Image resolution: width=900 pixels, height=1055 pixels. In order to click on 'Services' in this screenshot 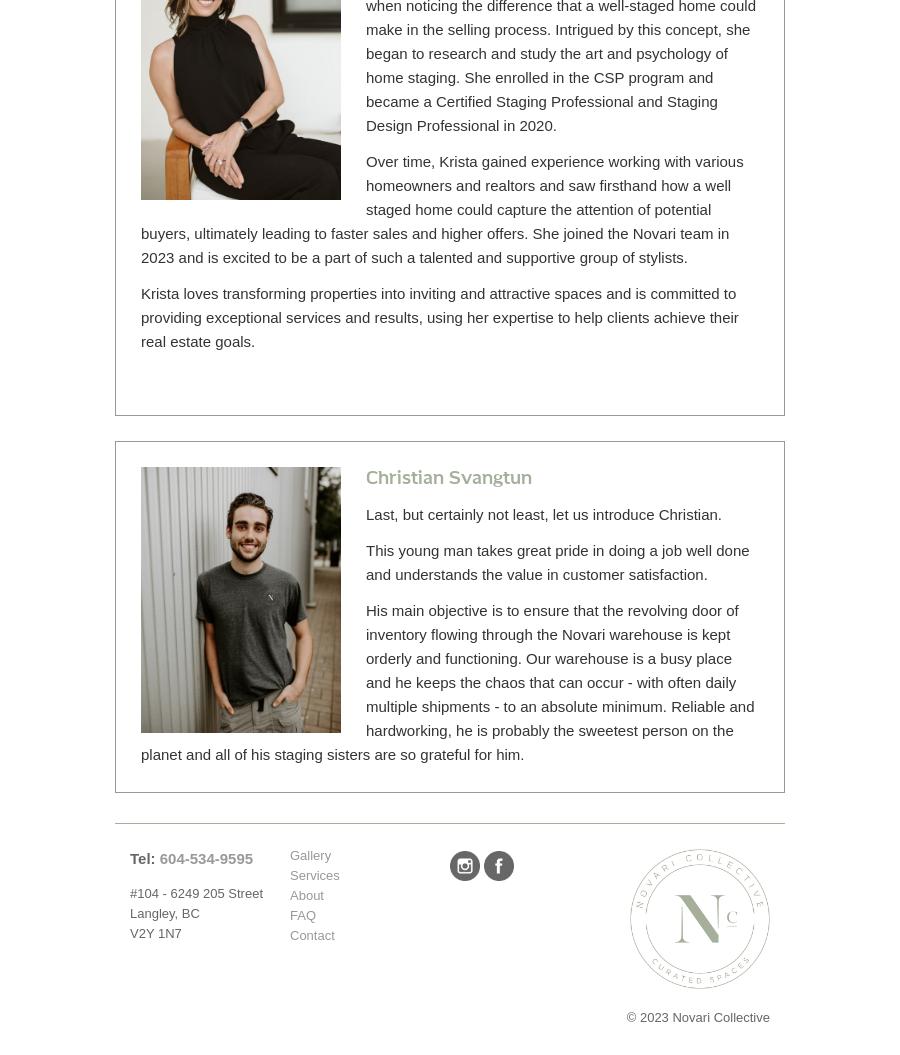, I will do `click(288, 875)`.